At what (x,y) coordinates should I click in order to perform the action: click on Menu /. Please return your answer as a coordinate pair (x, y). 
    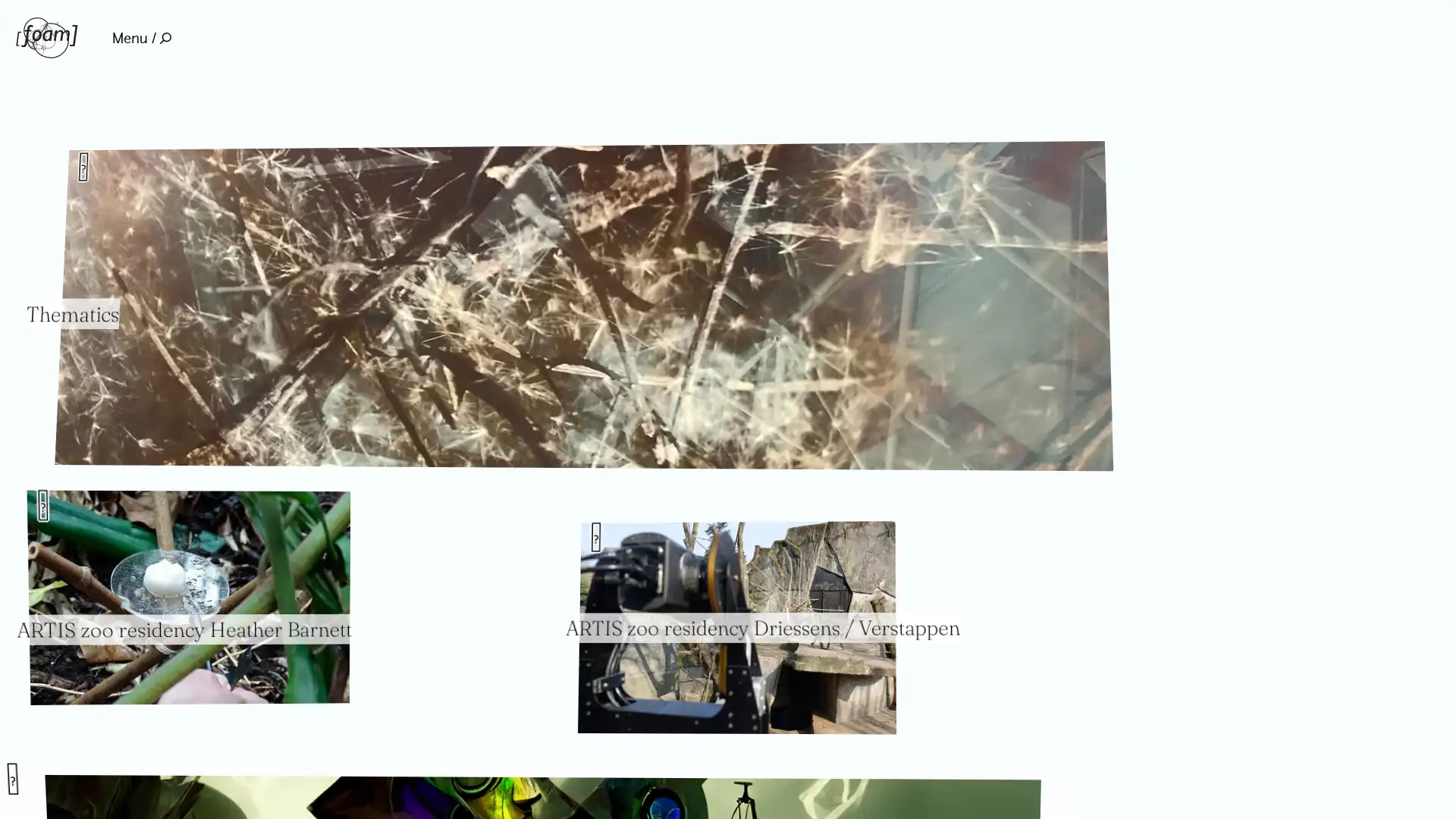
    Looking at the image, I should click on (141, 37).